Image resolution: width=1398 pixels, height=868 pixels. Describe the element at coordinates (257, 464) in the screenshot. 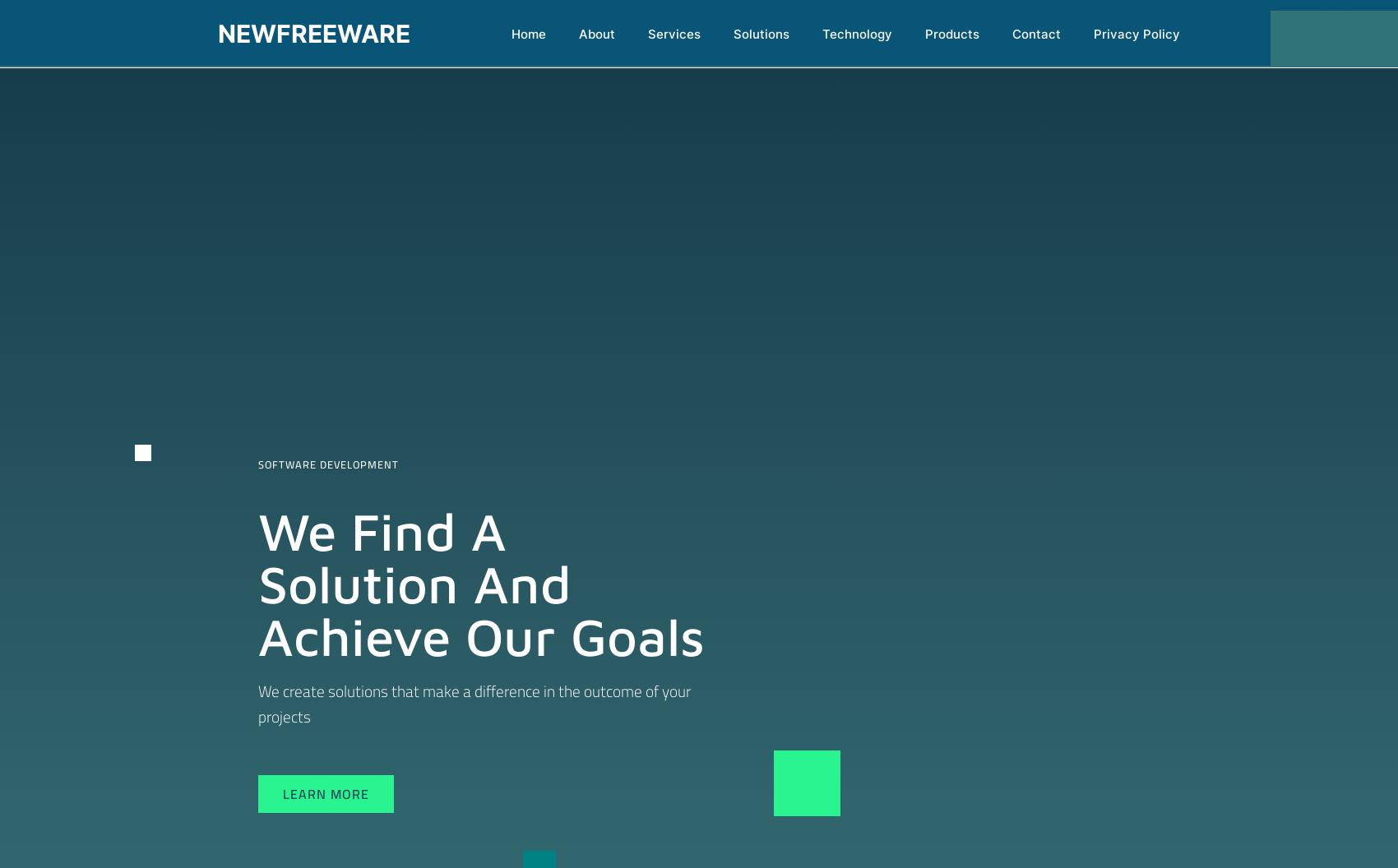

I see `'Software Development'` at that location.